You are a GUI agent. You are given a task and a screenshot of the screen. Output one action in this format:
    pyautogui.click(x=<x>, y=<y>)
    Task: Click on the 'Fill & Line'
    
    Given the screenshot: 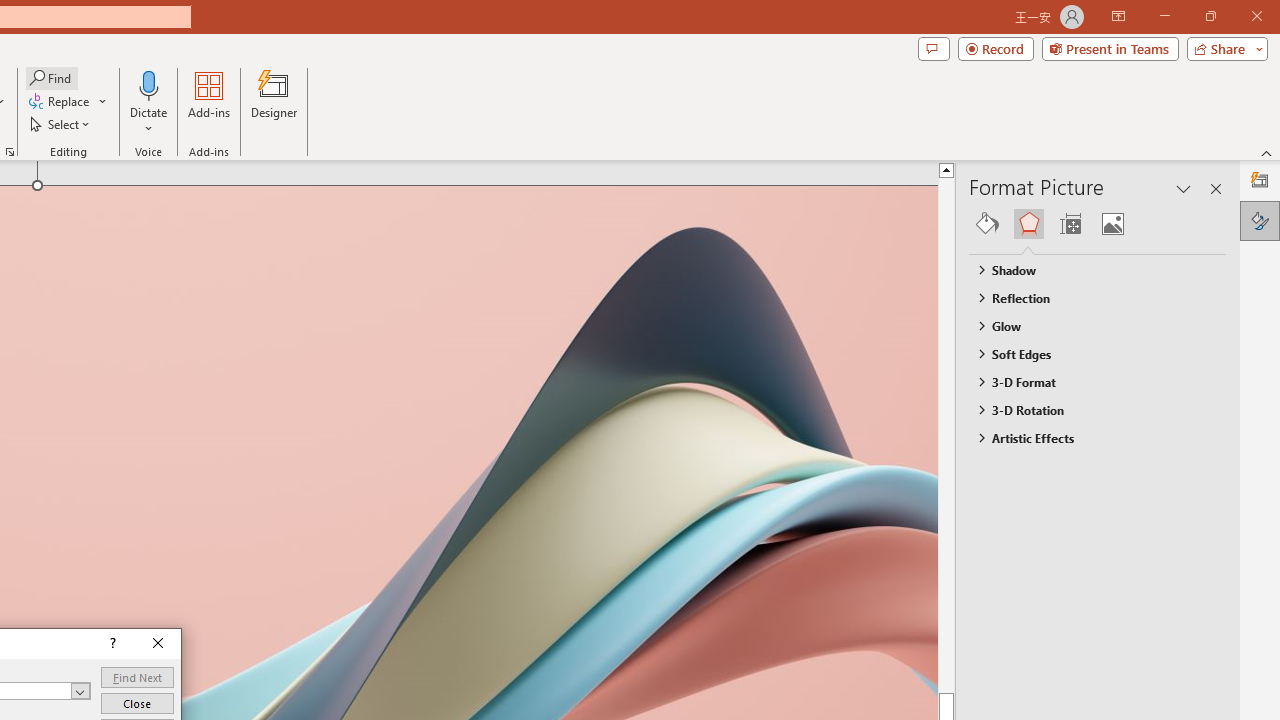 What is the action you would take?
    pyautogui.click(x=987, y=223)
    